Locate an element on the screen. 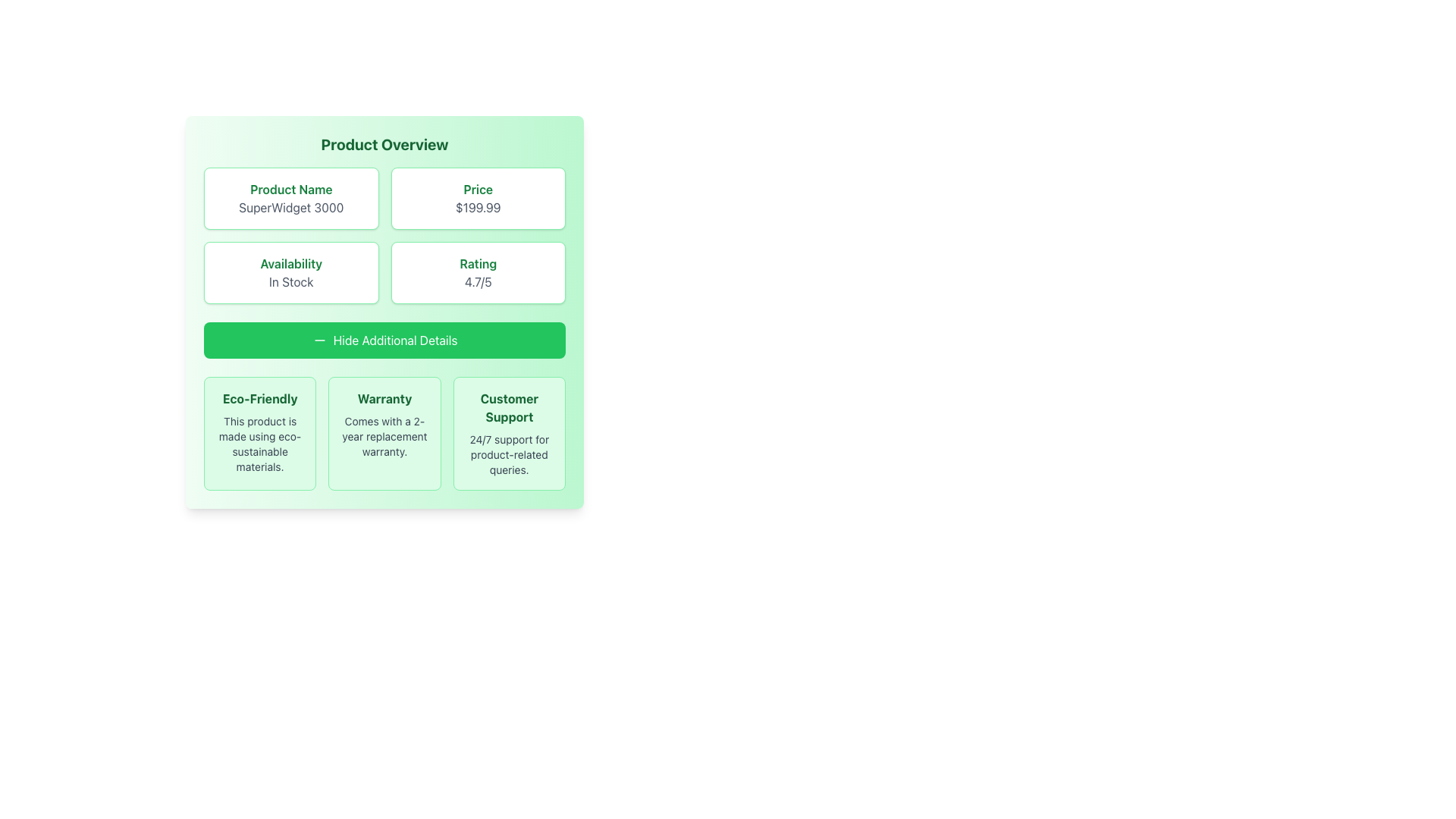 This screenshot has width=1456, height=819. the descriptive text about 24/7 support services located within the green box labeled 'Customer Support' at the bottom-right section of the grid layout is located at coordinates (509, 454).